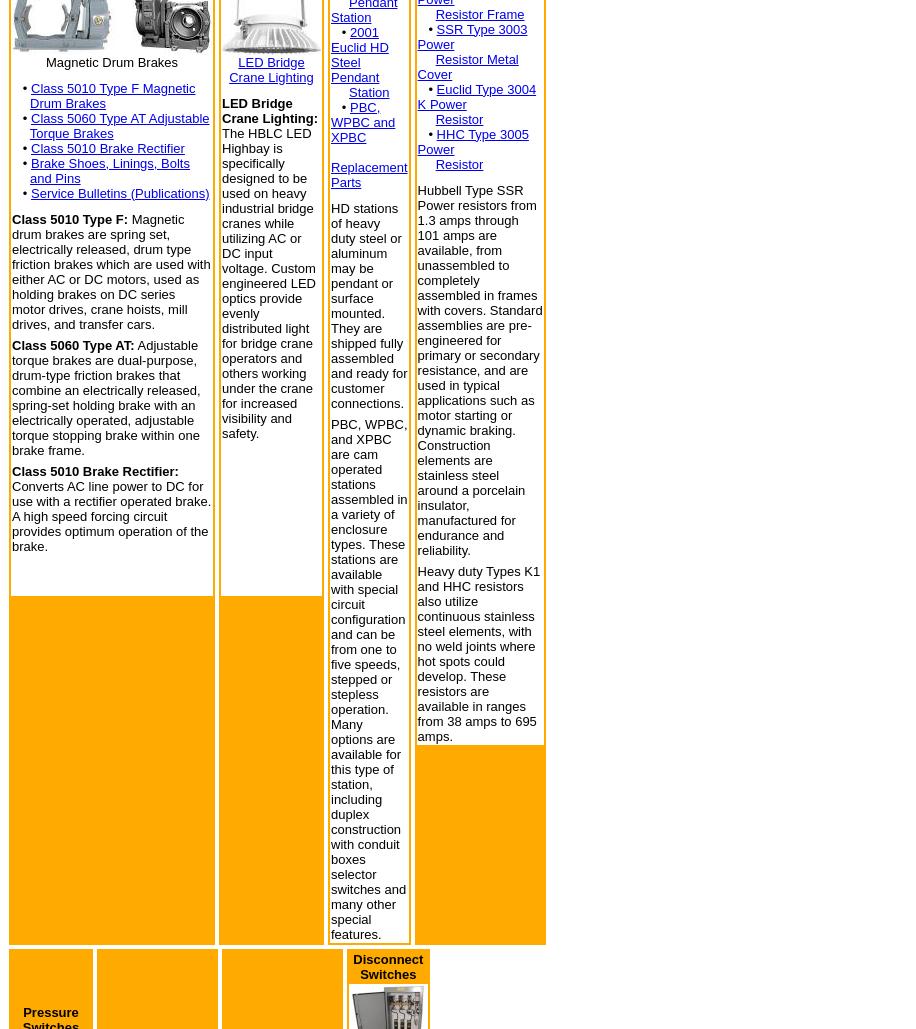 This screenshot has height=1029, width=916. What do you see at coordinates (330, 121) in the screenshot?
I see `'PBC, WPBC and XPBC'` at bounding box center [330, 121].